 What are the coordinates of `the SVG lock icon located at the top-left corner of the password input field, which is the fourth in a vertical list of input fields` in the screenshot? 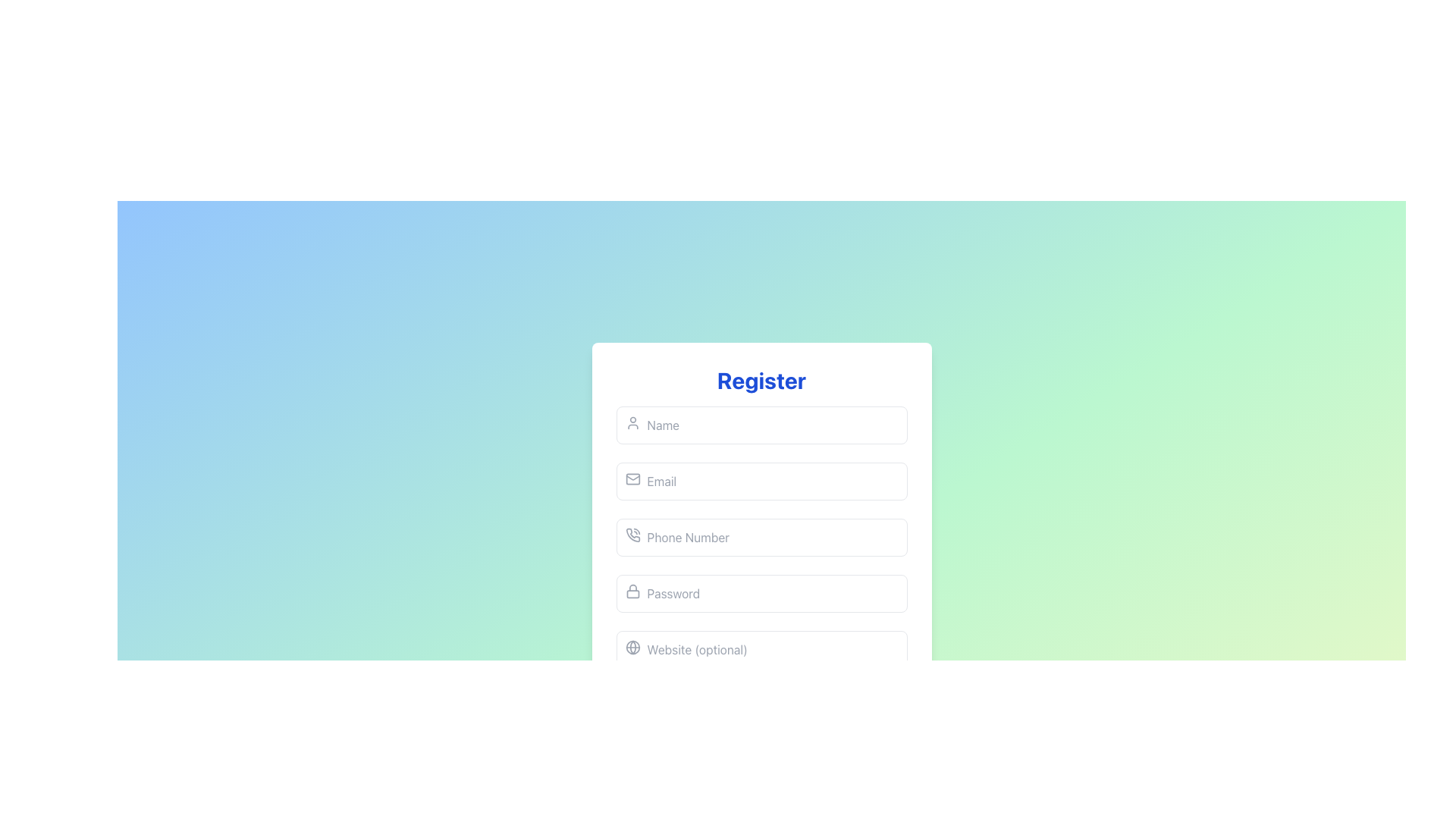 It's located at (632, 590).